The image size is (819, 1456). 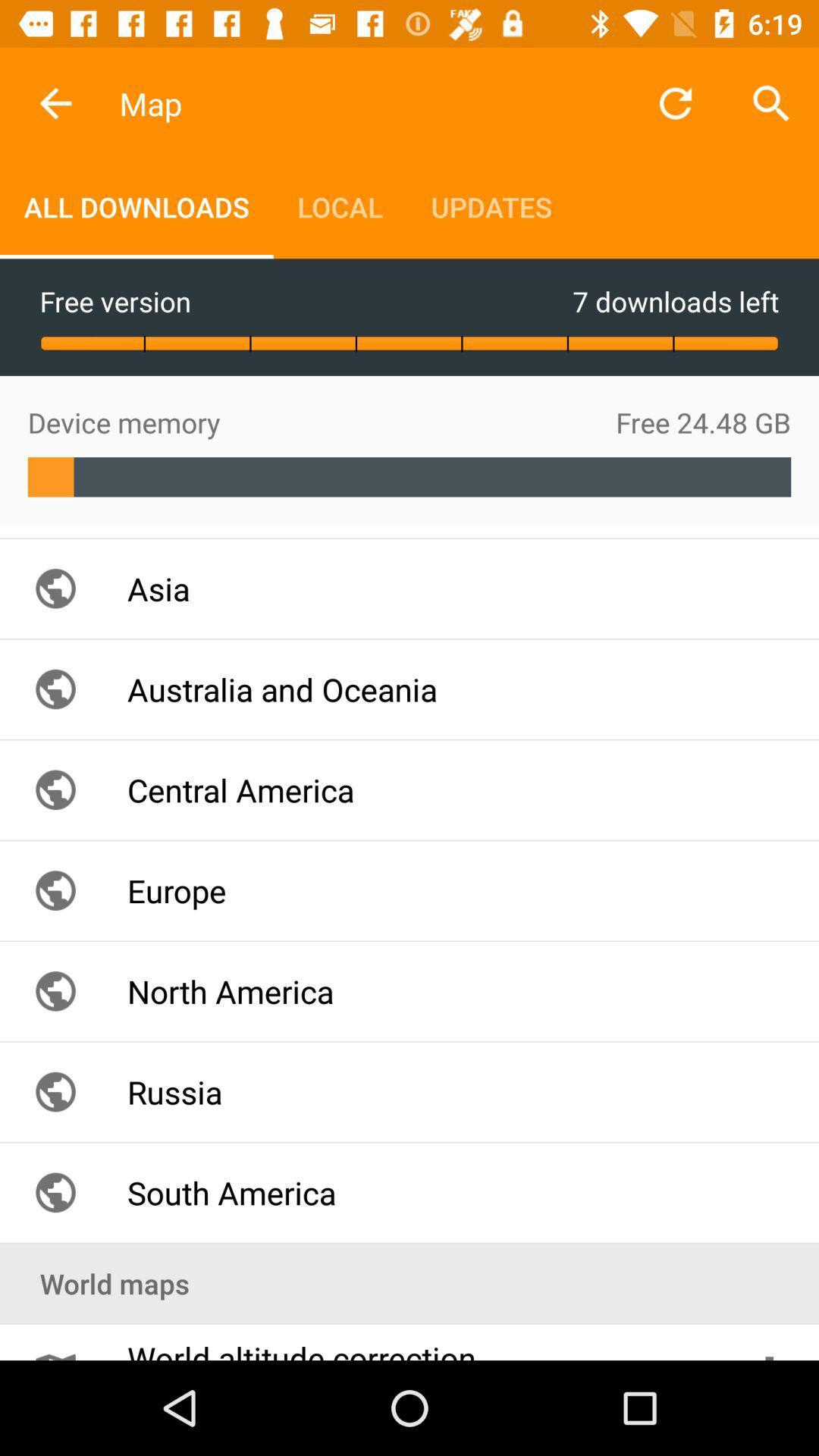 I want to click on the item next to updates item, so click(x=675, y=102).